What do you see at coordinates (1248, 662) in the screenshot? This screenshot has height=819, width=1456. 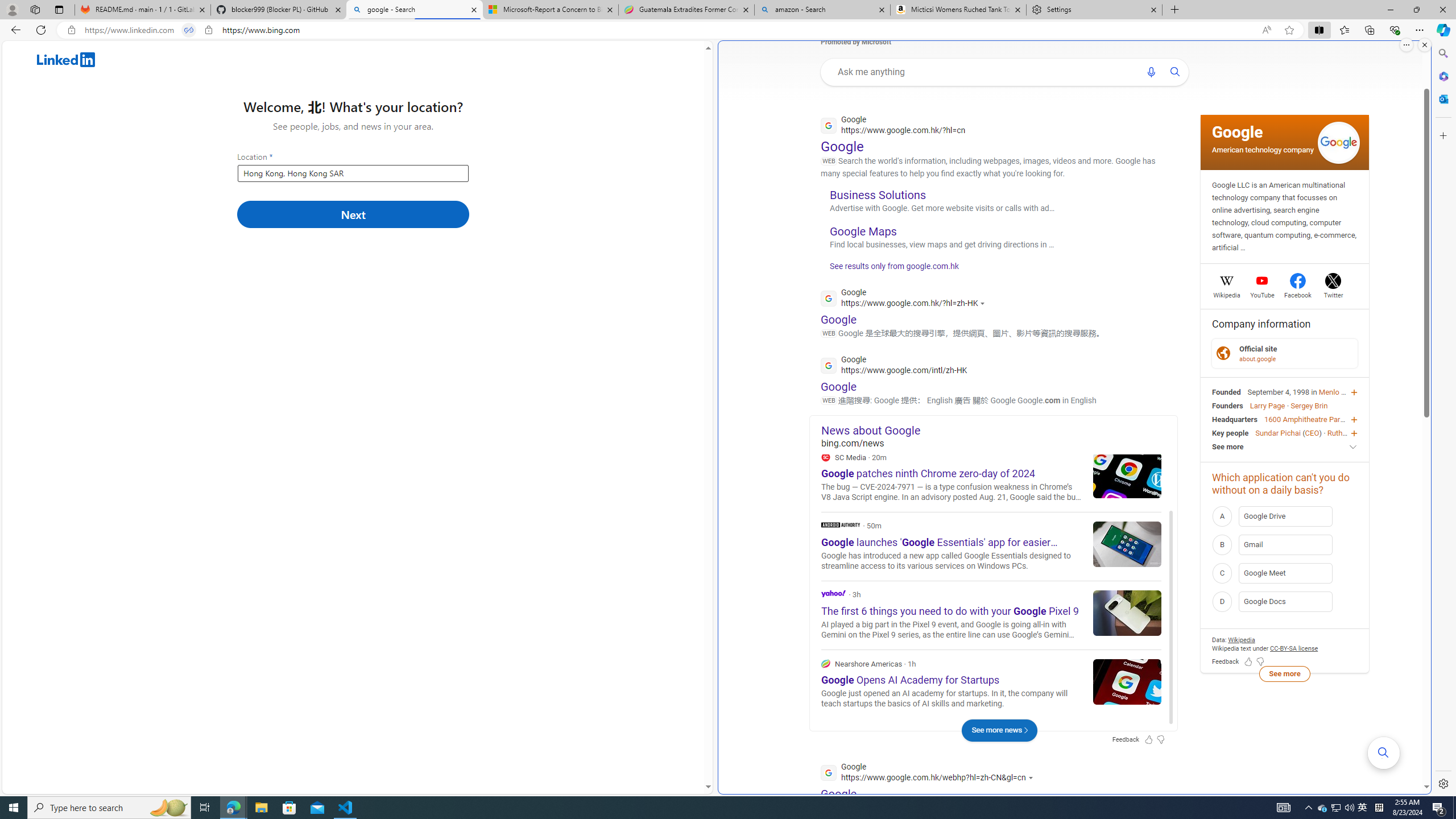 I see `'Feedback Like'` at bounding box center [1248, 662].